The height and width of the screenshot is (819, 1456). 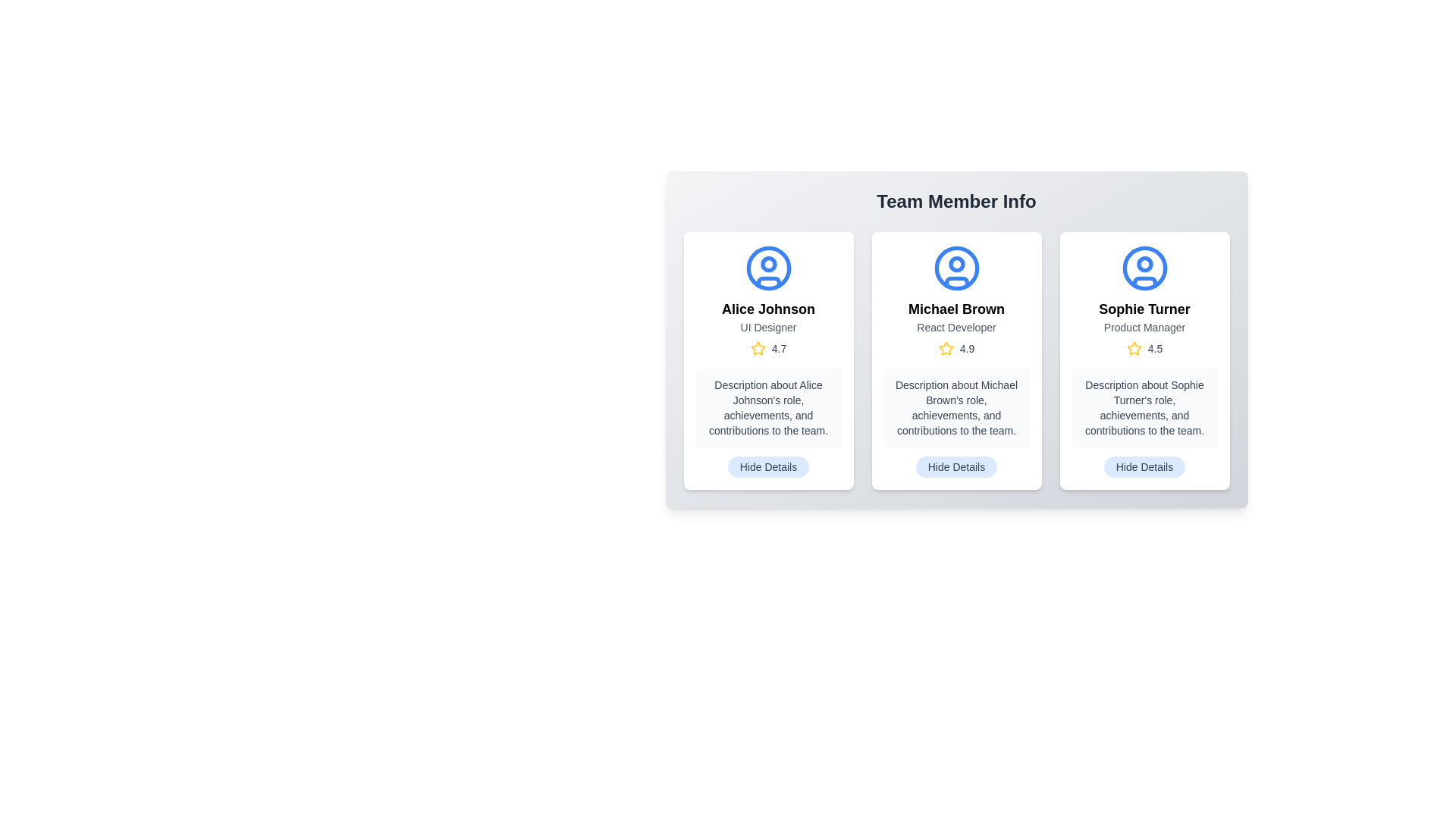 What do you see at coordinates (945, 348) in the screenshot?
I see `the star SVG icon that visually represents a rating, located under the header 'Michael Brown' and the subtitle 'React Developer', to the left of the numeric '4.9' value` at bounding box center [945, 348].